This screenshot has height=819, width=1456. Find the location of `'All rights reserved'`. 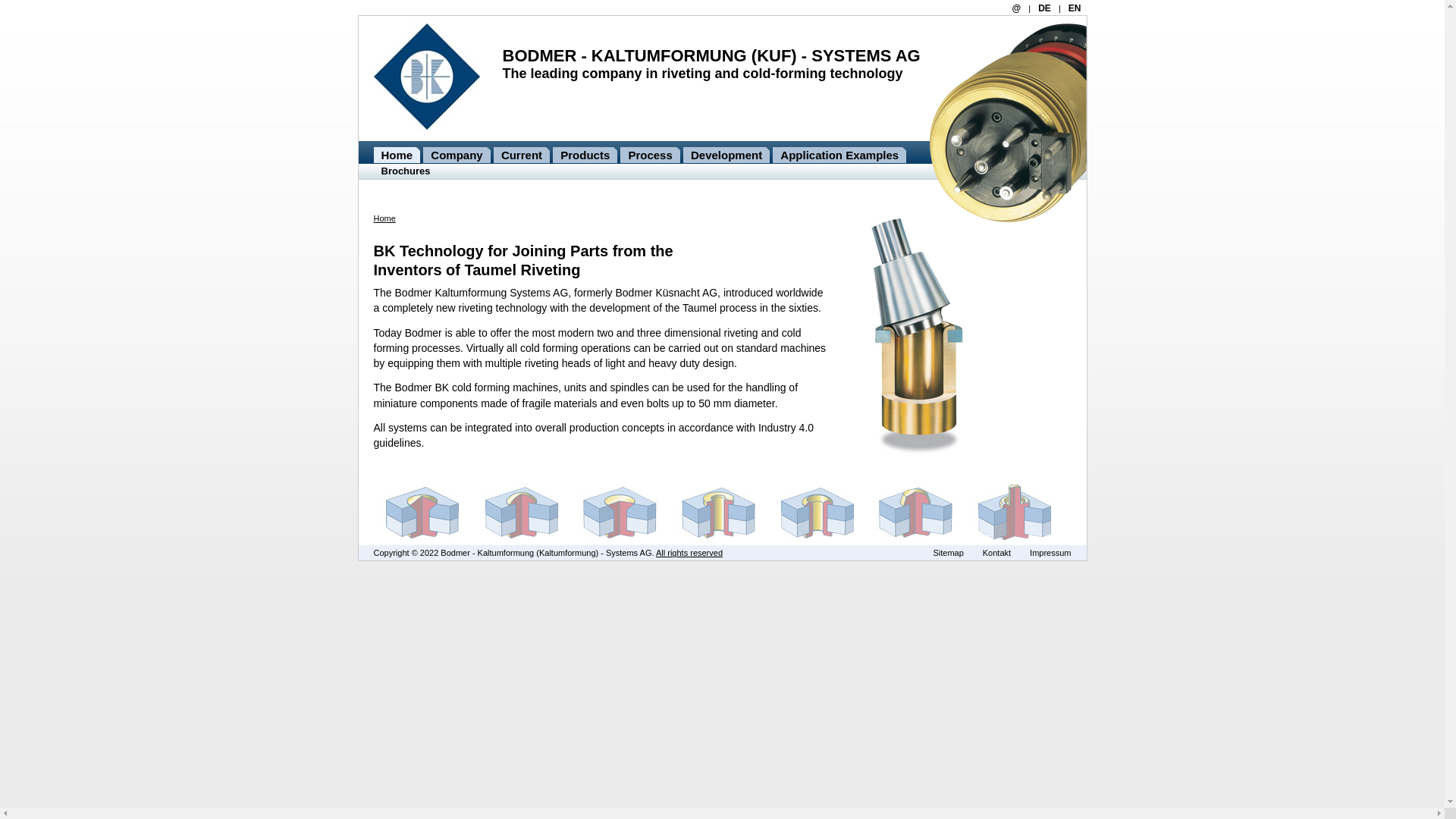

'All rights reserved' is located at coordinates (655, 553).